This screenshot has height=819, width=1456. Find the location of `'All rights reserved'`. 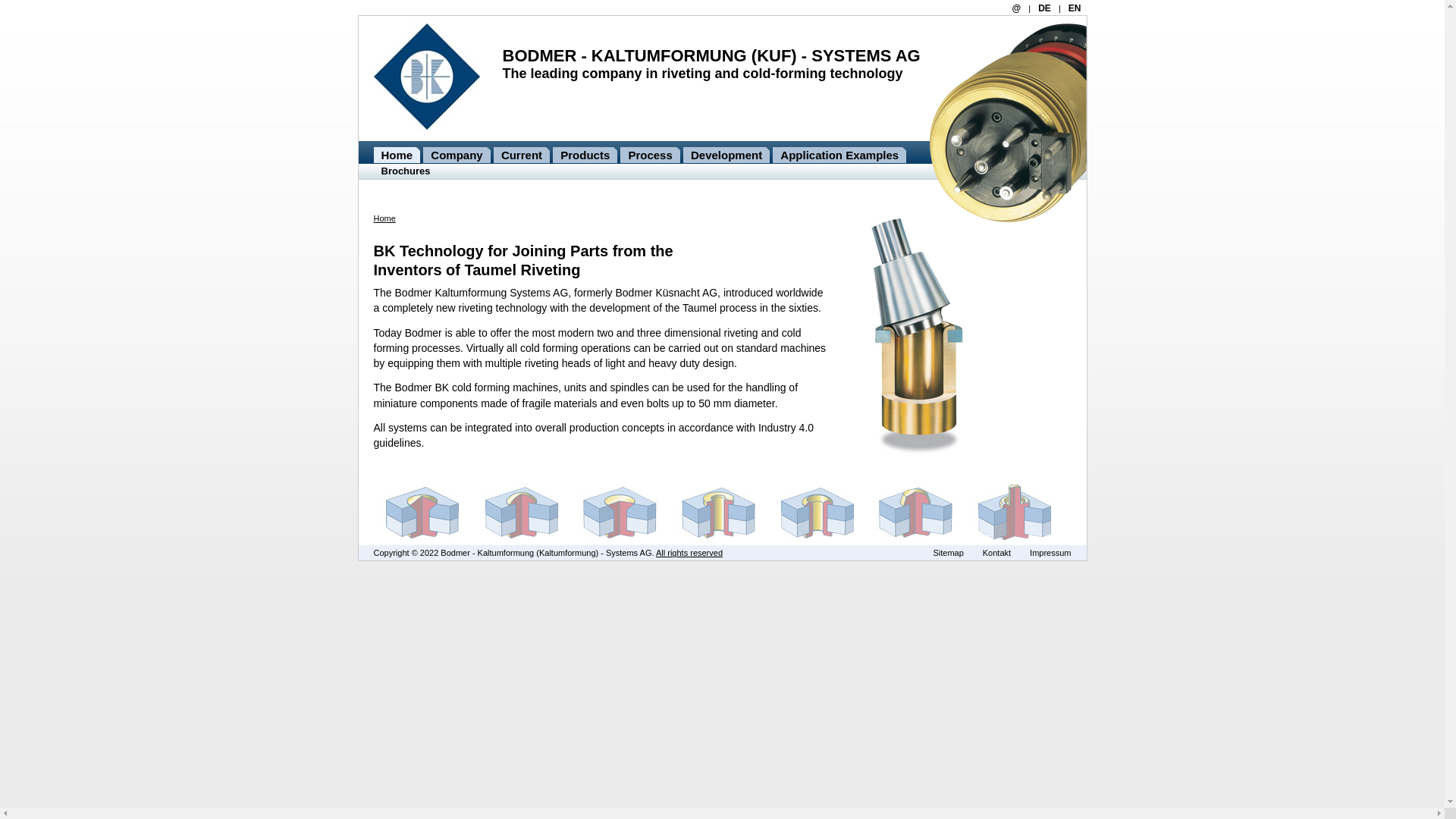

'All rights reserved' is located at coordinates (655, 553).